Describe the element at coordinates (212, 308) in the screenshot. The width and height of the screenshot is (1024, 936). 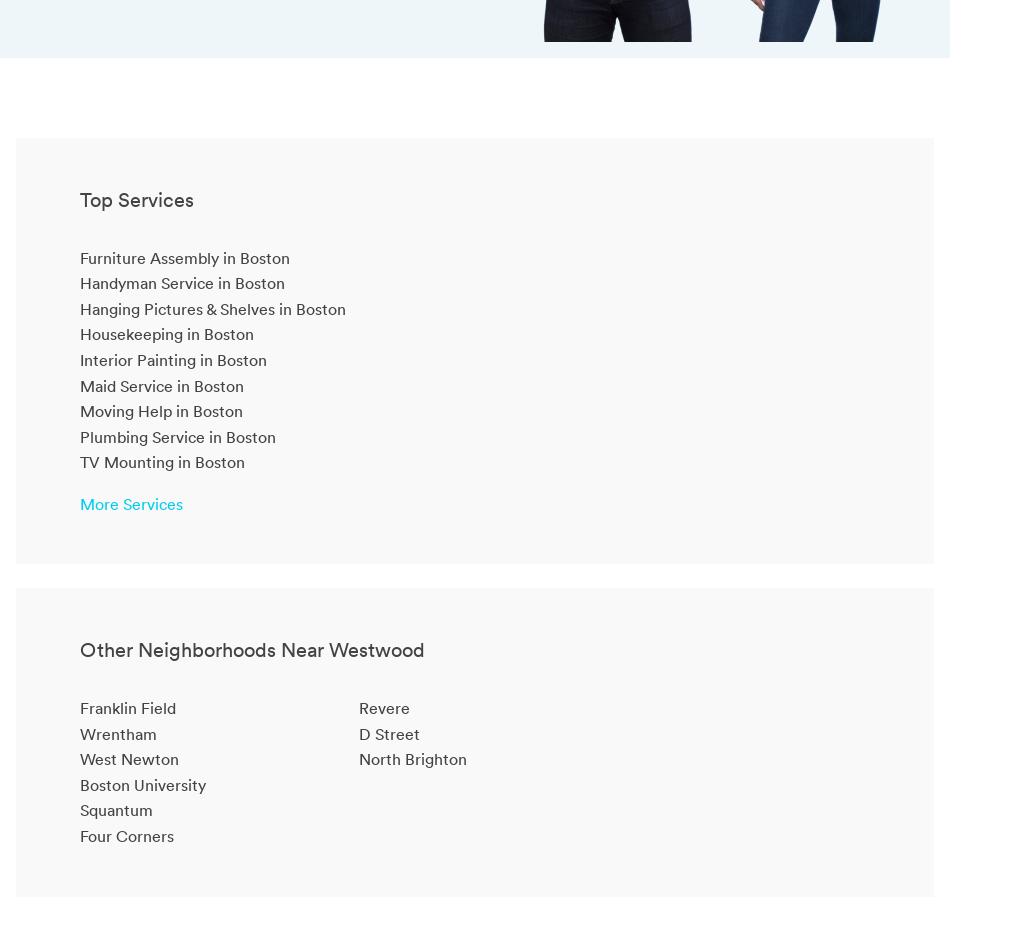
I see `'Hanging Pictures & Shelves in Boston'` at that location.